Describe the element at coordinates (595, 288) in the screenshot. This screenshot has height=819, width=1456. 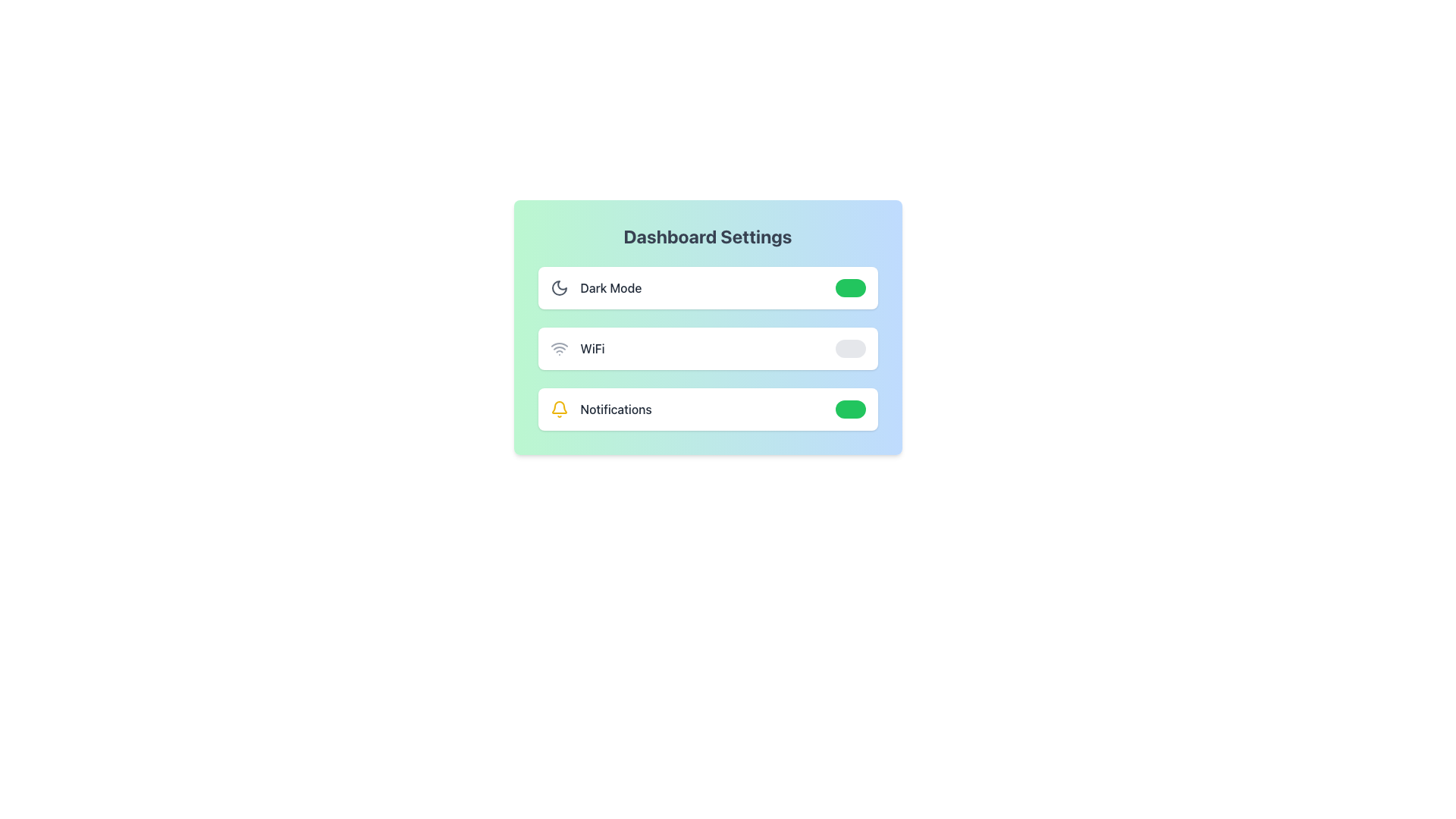
I see `the 'Dark Mode' label that features a crescent moon icon and gray text to trigger a tooltip or styling change` at that location.